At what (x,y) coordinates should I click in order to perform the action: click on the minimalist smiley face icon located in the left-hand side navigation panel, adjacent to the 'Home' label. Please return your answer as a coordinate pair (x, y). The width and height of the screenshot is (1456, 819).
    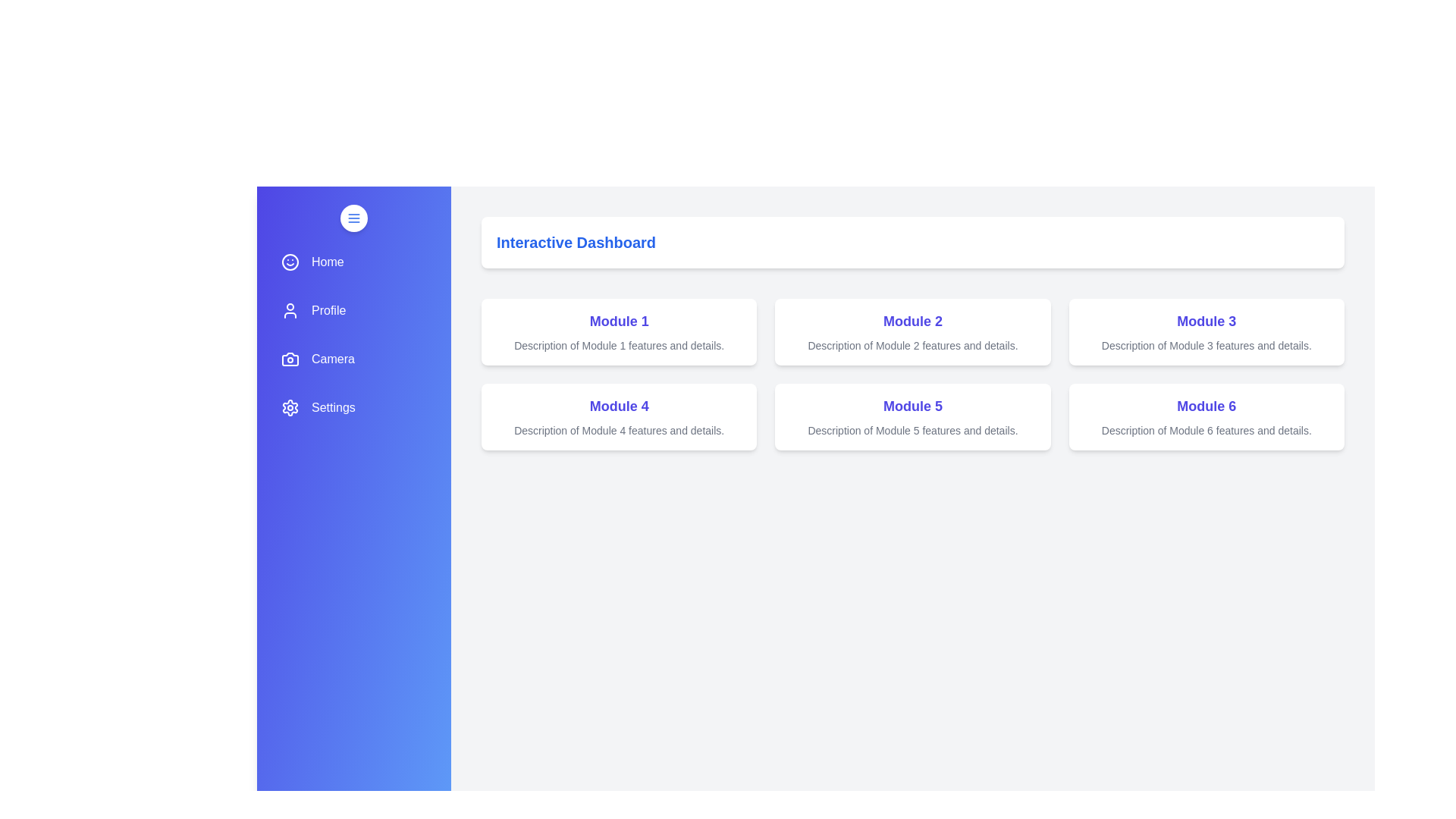
    Looking at the image, I should click on (290, 262).